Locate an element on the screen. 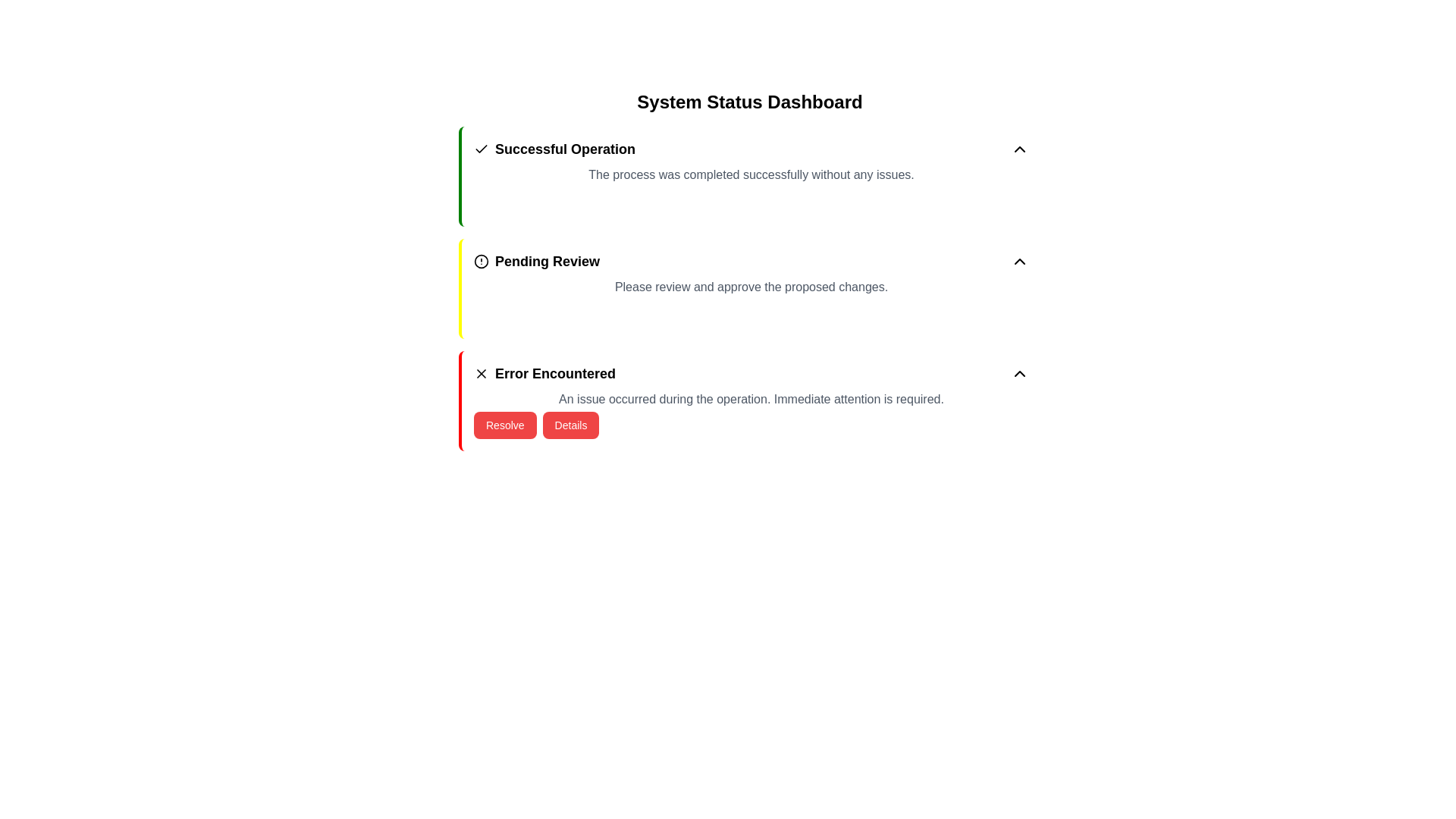 The width and height of the screenshot is (1456, 819). the static text displaying 'Please review and approve the proposed changes.' located in the 'Pending Review' section of the 'System Status Dashboard.' is located at coordinates (751, 287).